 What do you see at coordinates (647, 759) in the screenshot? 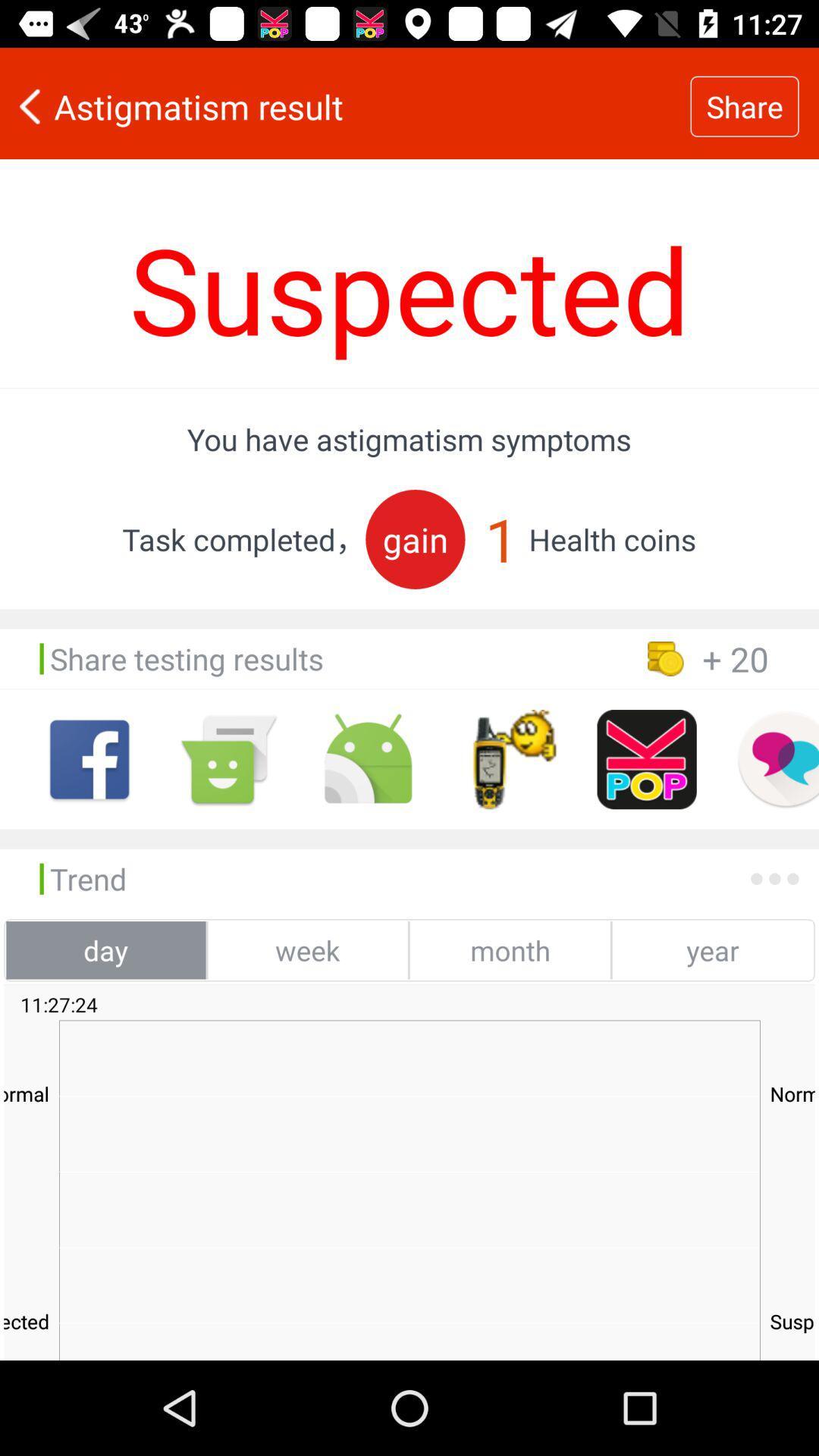
I see `open kpop app` at bounding box center [647, 759].